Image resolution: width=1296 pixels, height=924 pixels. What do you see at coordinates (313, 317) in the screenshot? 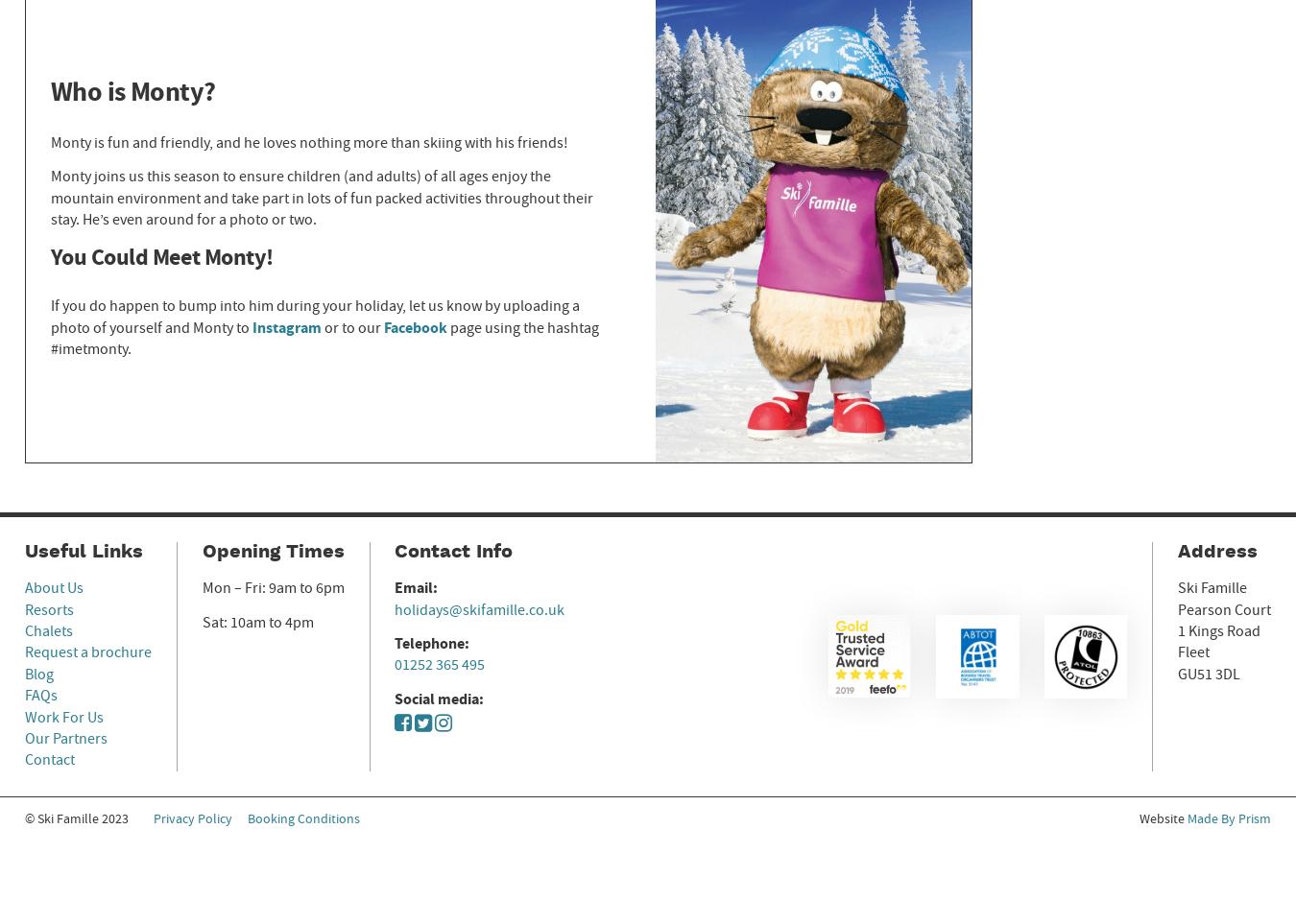
I see `'If you do happen to bump into him during your holiday, let us know by uploading a photo of yourself and Monty to'` at bounding box center [313, 317].